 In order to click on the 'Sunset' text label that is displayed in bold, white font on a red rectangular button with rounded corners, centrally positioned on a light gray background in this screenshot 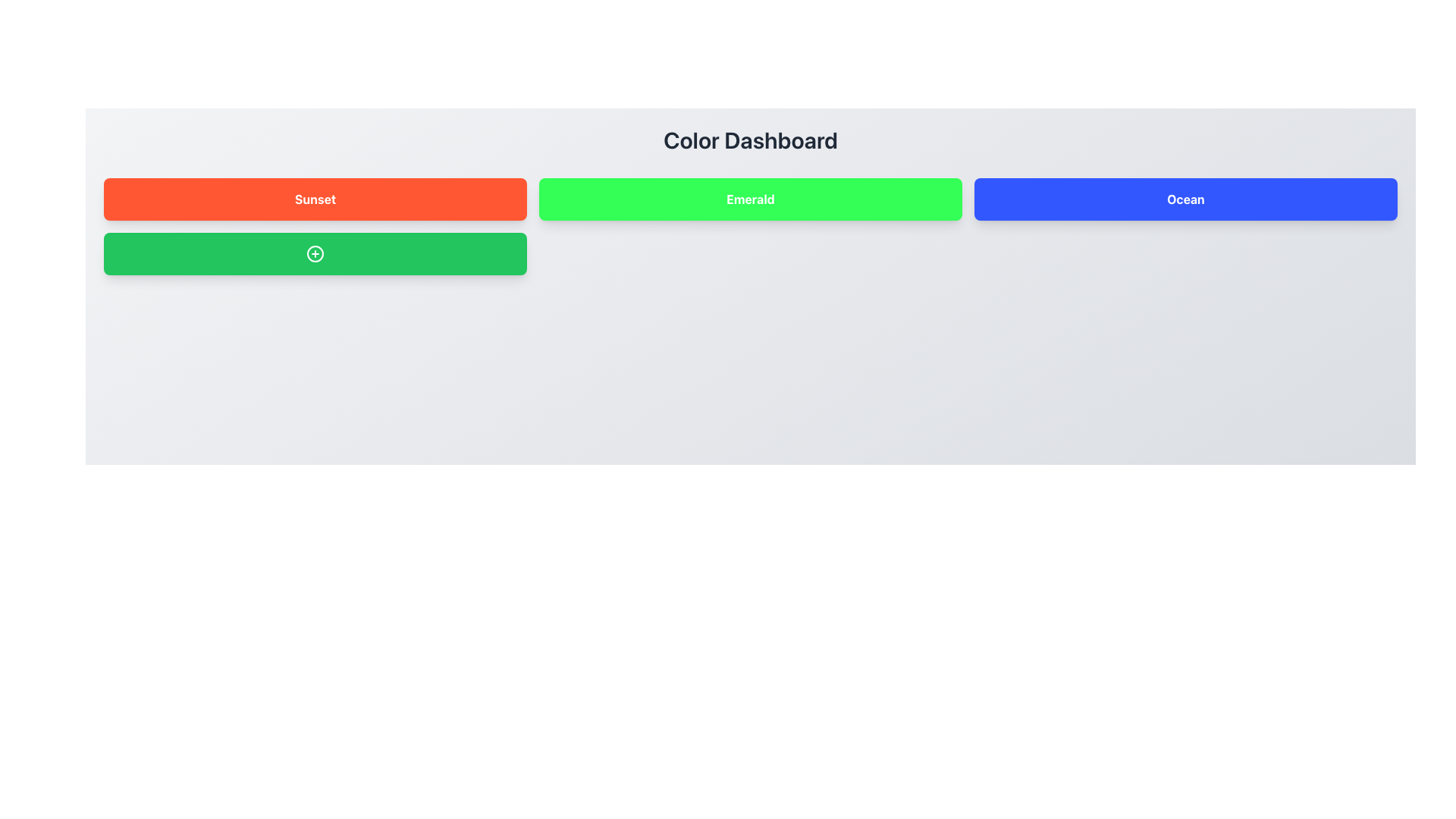, I will do `click(315, 198)`.